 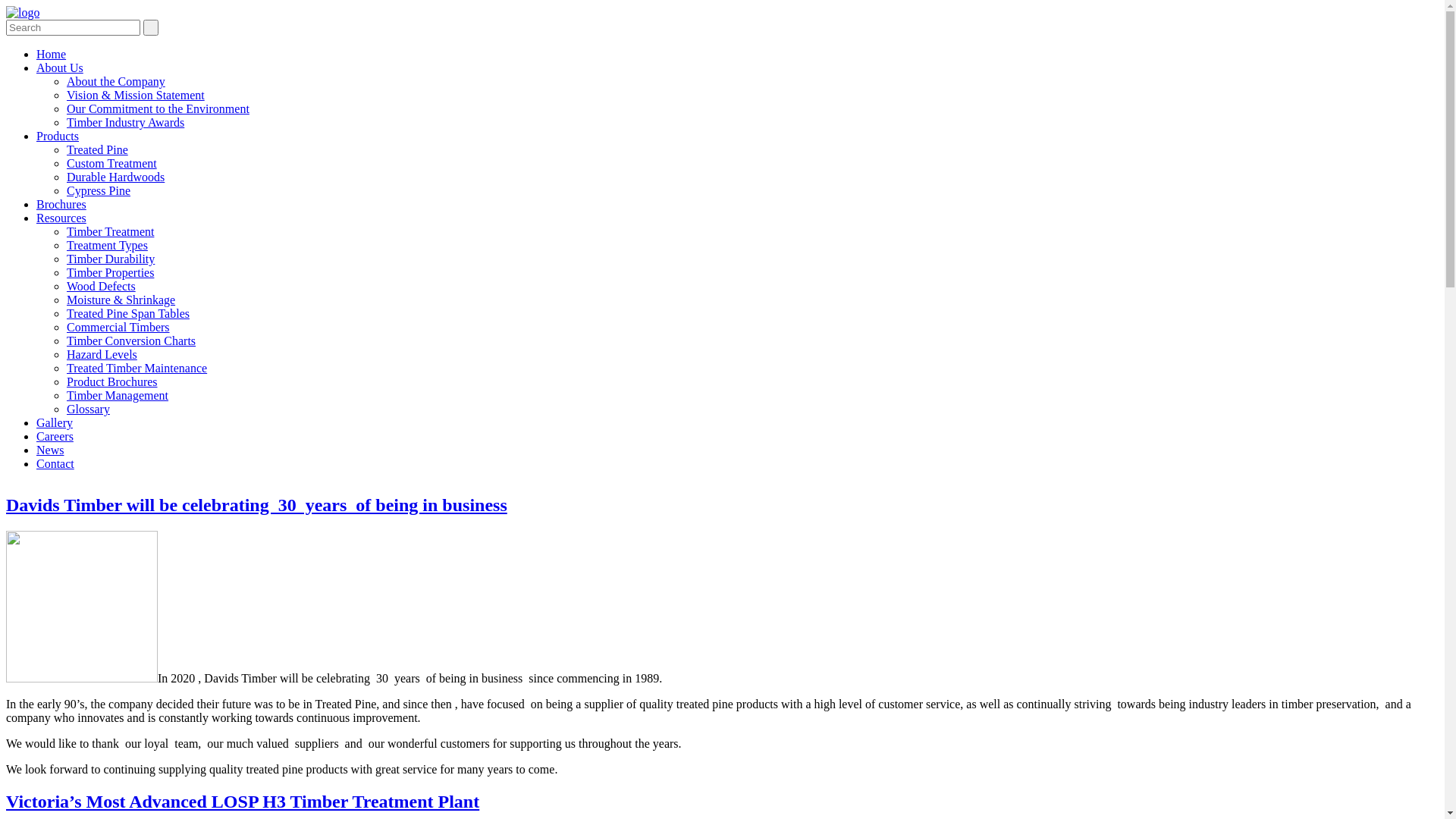 I want to click on 'Home', so click(x=51, y=53).